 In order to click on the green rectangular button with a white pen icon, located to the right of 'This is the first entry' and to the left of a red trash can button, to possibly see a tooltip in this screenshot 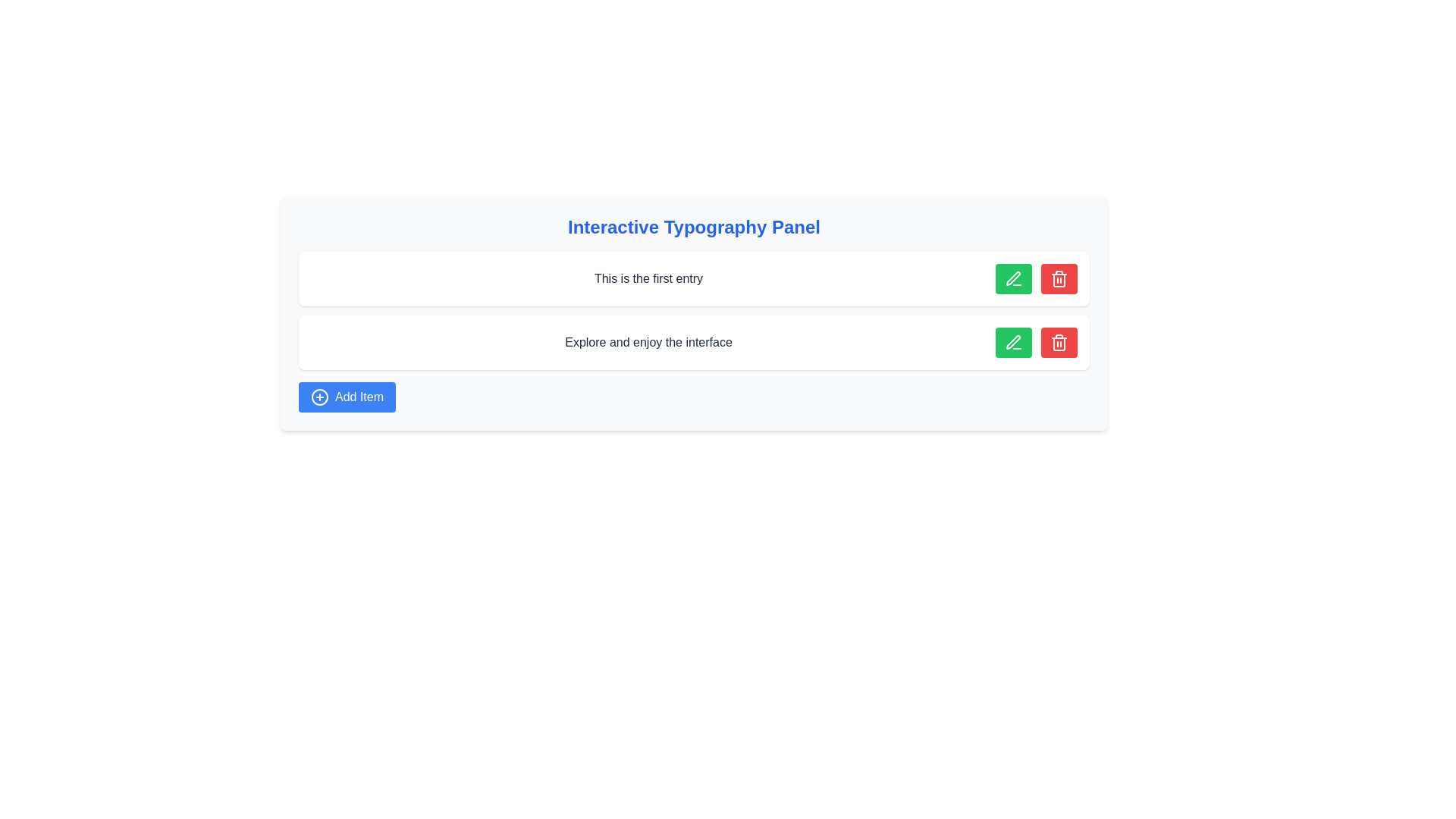, I will do `click(1014, 278)`.